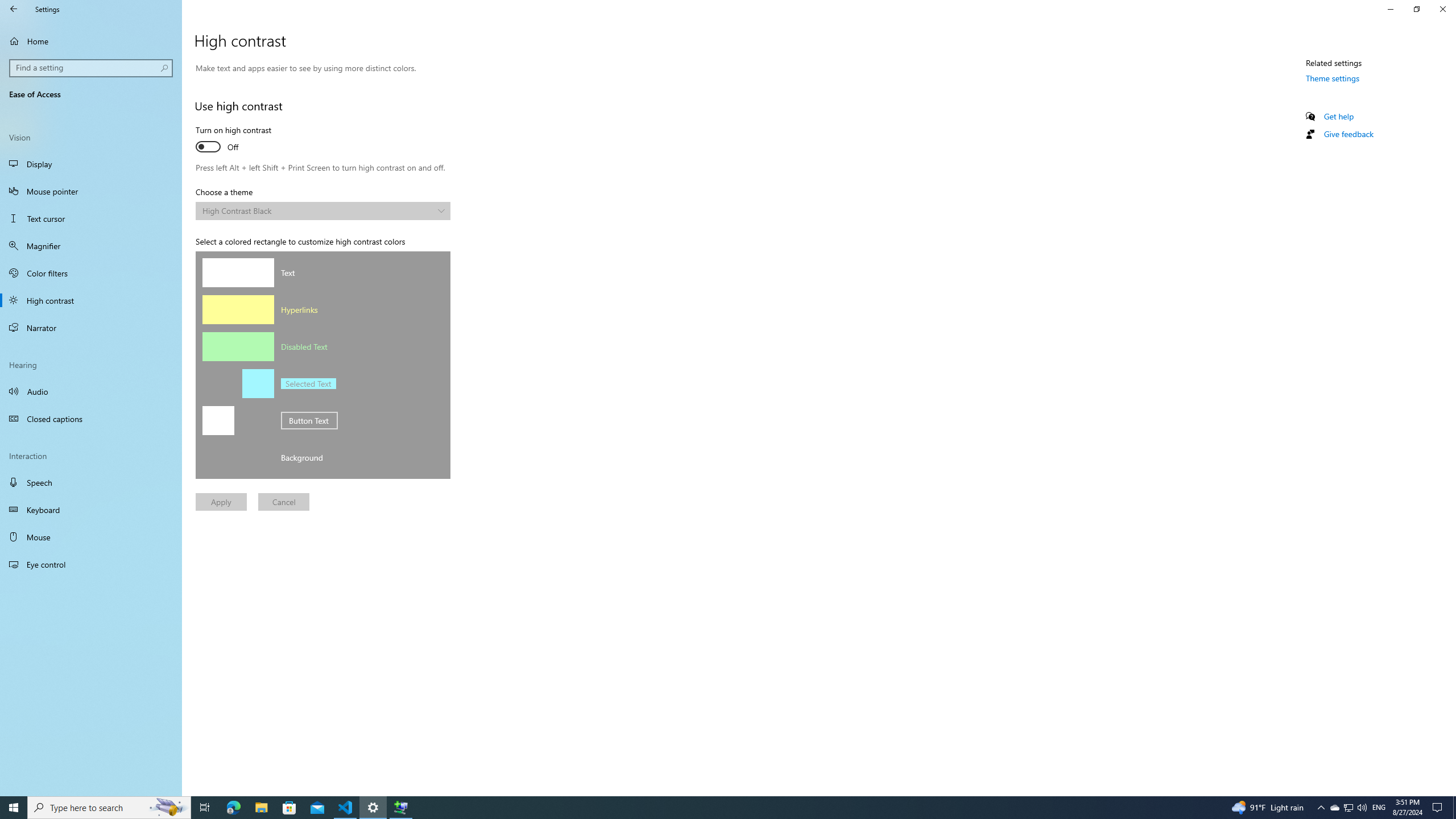 Image resolution: width=1456 pixels, height=819 pixels. Describe the element at coordinates (237, 139) in the screenshot. I see `'Turn on high contrast'` at that location.